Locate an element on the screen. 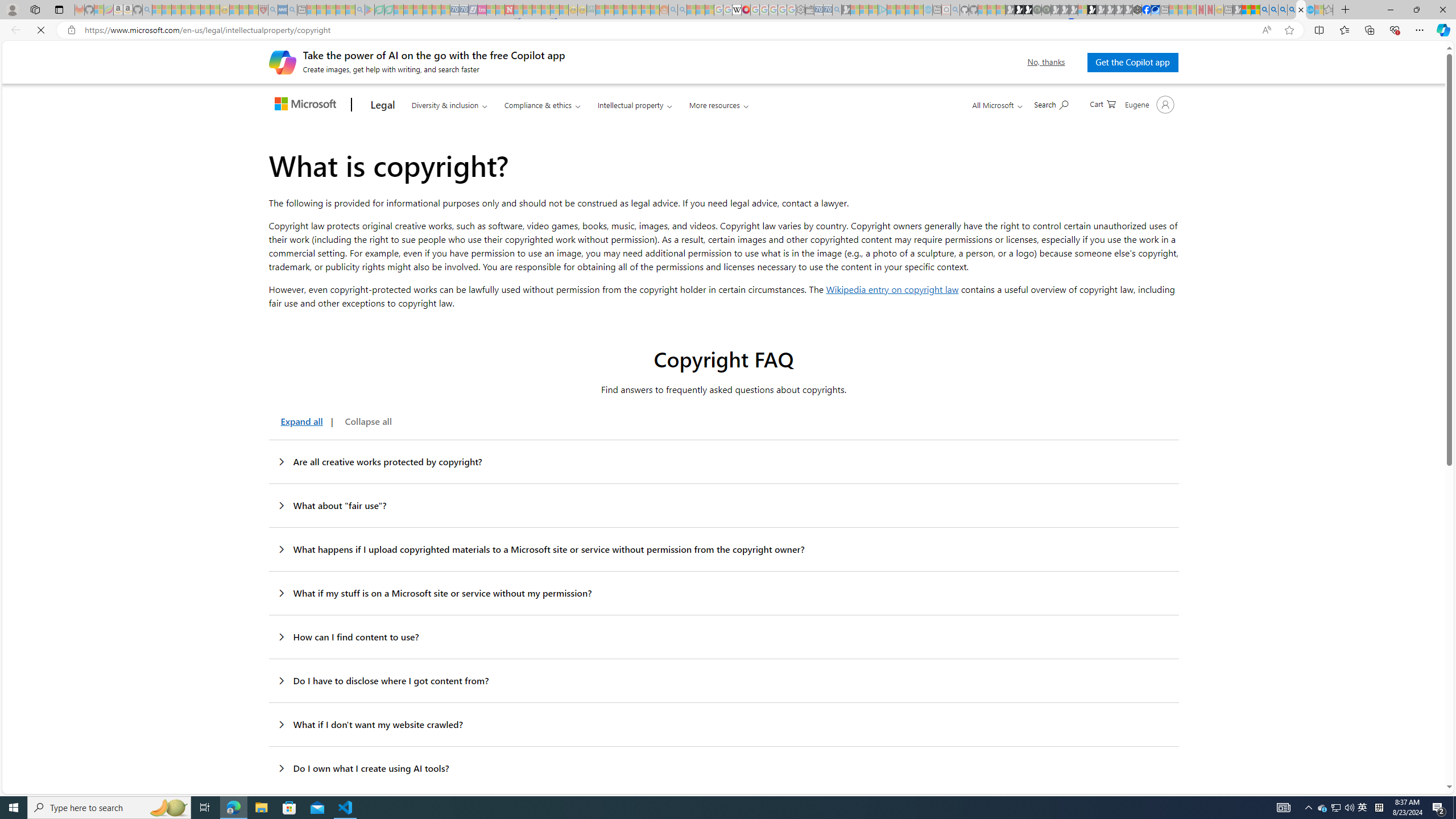  'Target page - Wikipedia' is located at coordinates (737, 9).